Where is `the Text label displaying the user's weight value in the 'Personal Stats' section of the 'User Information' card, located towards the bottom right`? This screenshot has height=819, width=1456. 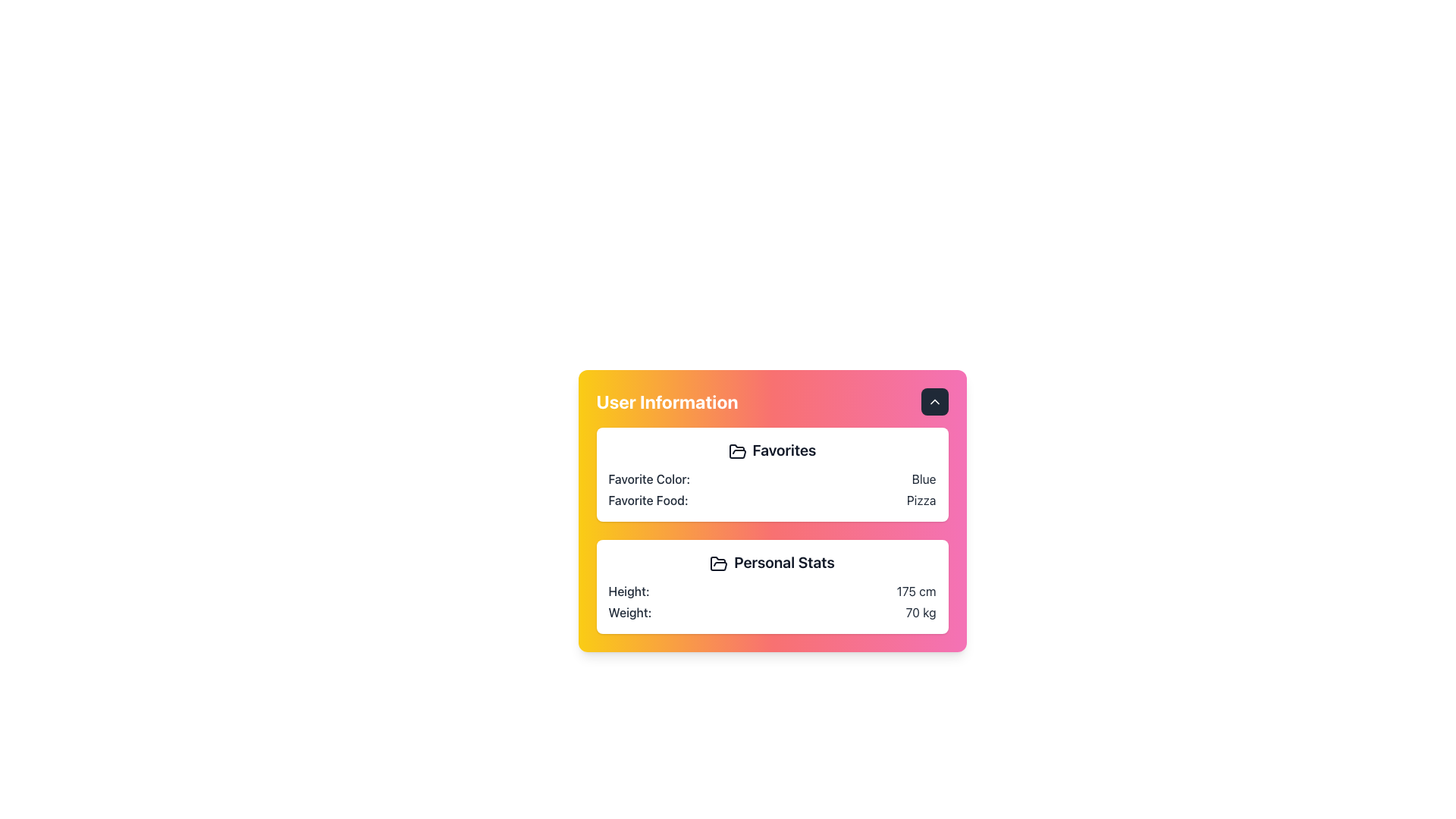 the Text label displaying the user's weight value in the 'Personal Stats' section of the 'User Information' card, located towards the bottom right is located at coordinates (920, 611).